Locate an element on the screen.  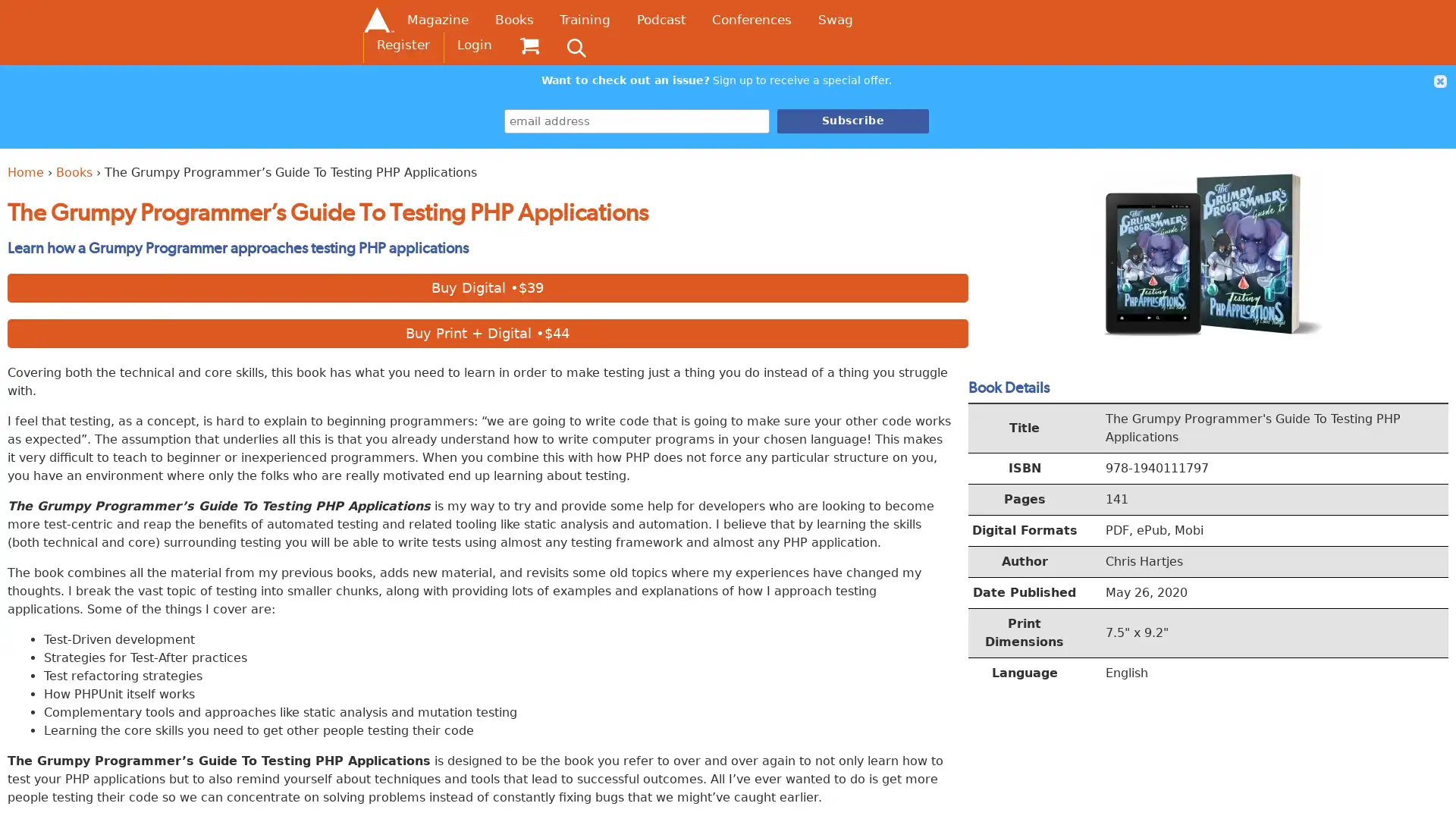
Subscribe is located at coordinates (852, 119).